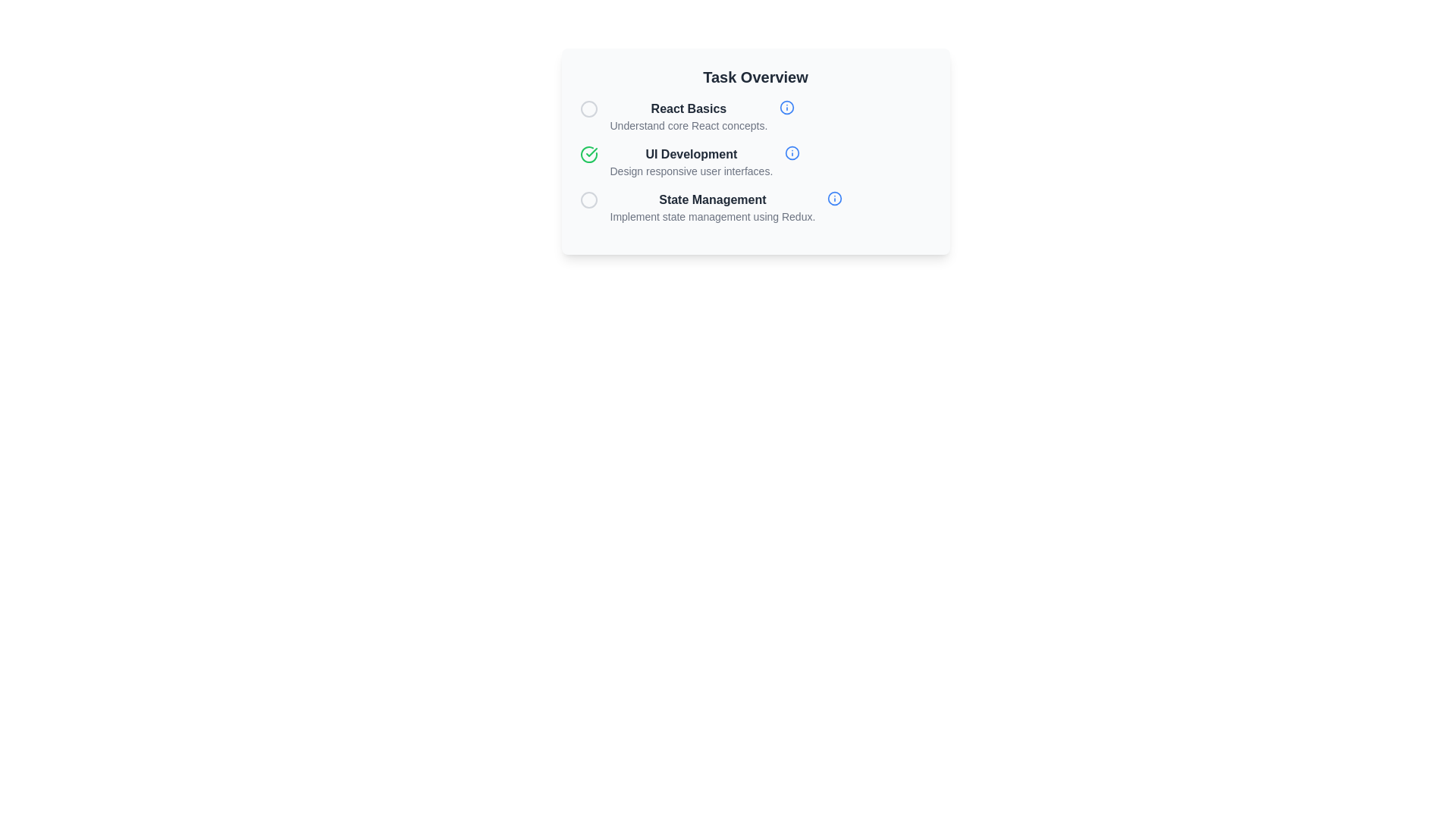 This screenshot has height=819, width=1456. Describe the element at coordinates (711, 207) in the screenshot. I see `the Text Block that serves as a title and description for a task item related` at that location.